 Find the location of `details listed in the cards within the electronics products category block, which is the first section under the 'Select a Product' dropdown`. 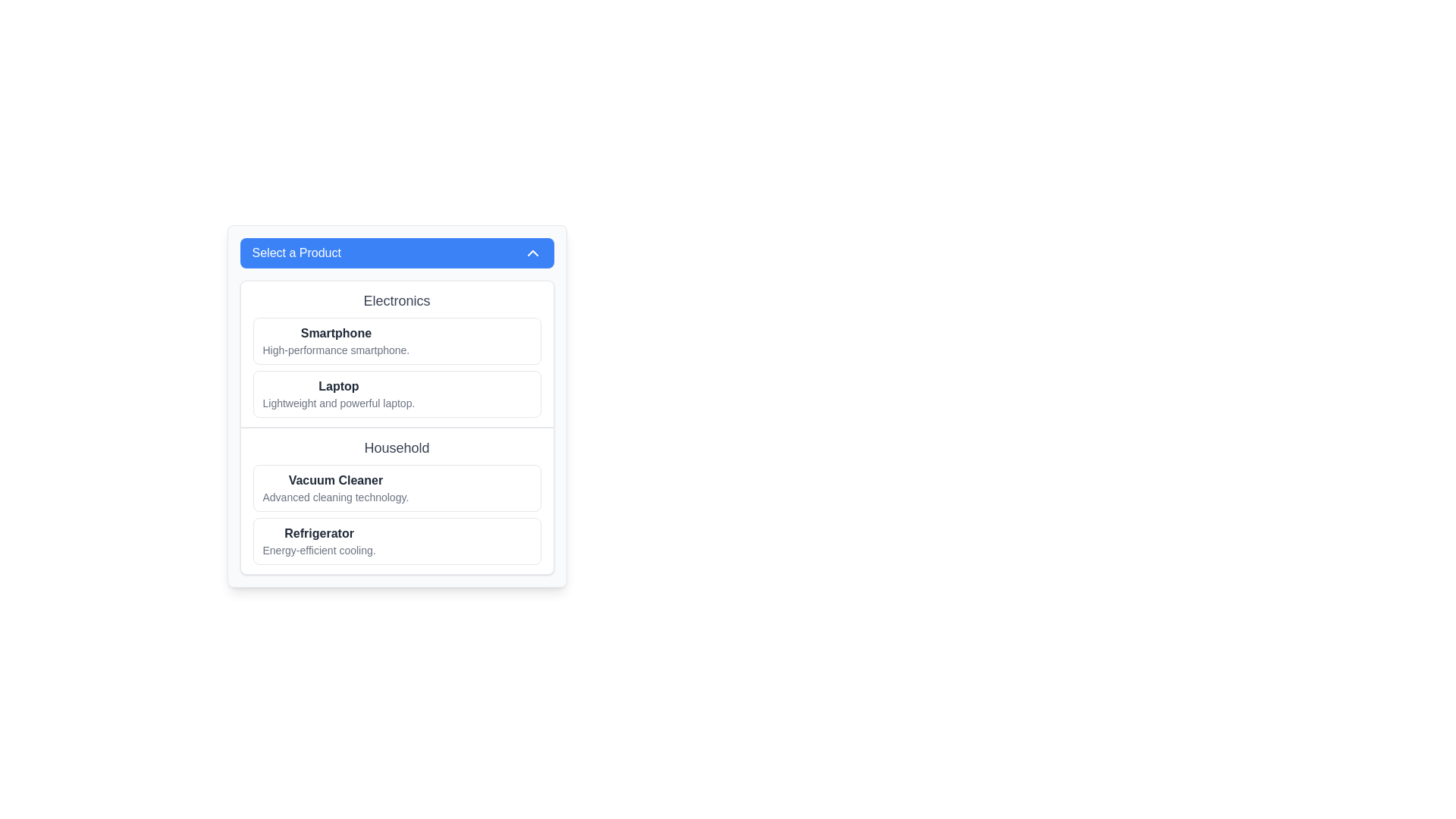

details listed in the cards within the electronics products category block, which is the first section under the 'Select a Product' dropdown is located at coordinates (397, 354).